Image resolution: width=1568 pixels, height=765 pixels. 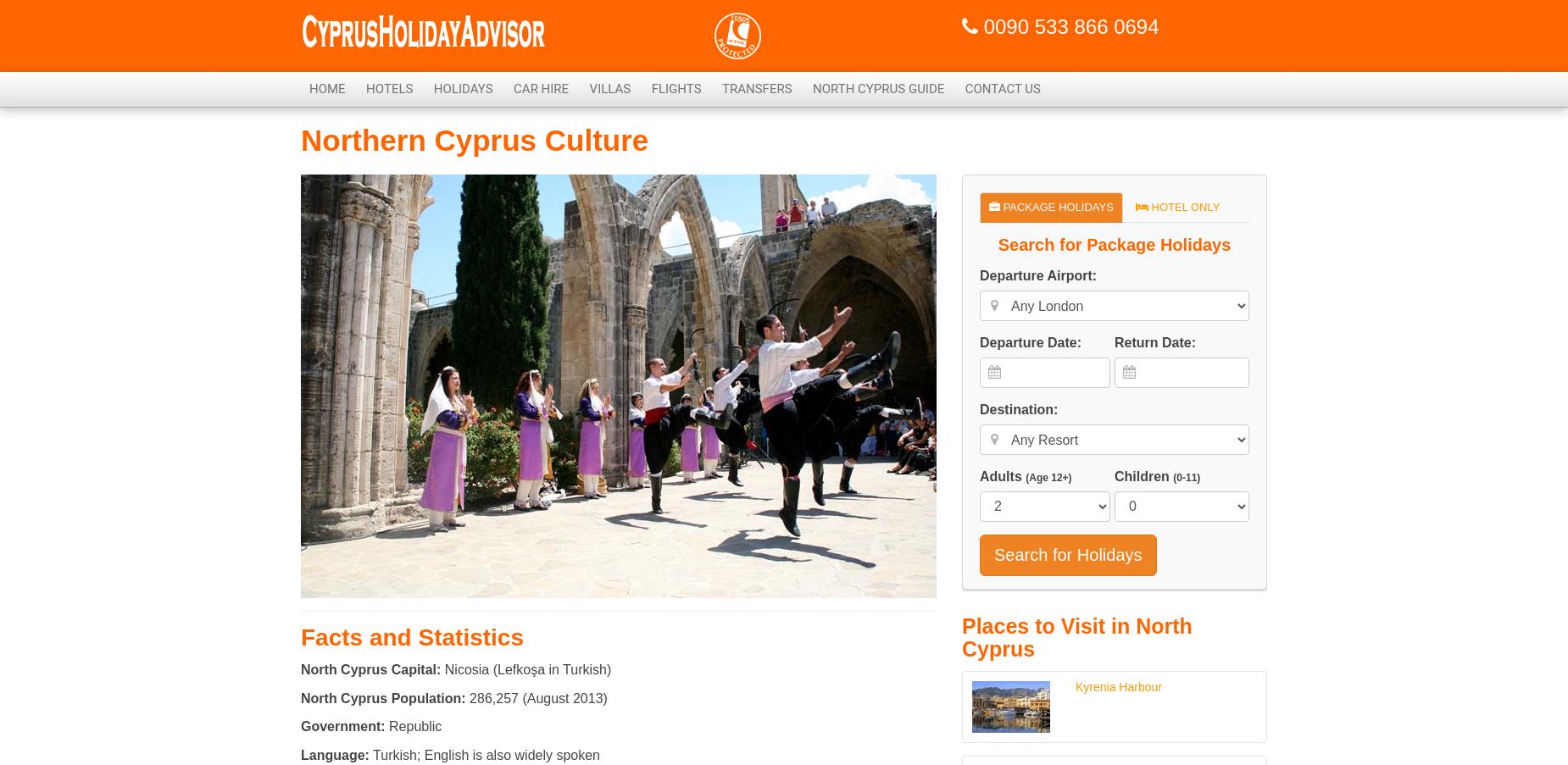 I want to click on 'Kyrenia Harbour', so click(x=1117, y=685).